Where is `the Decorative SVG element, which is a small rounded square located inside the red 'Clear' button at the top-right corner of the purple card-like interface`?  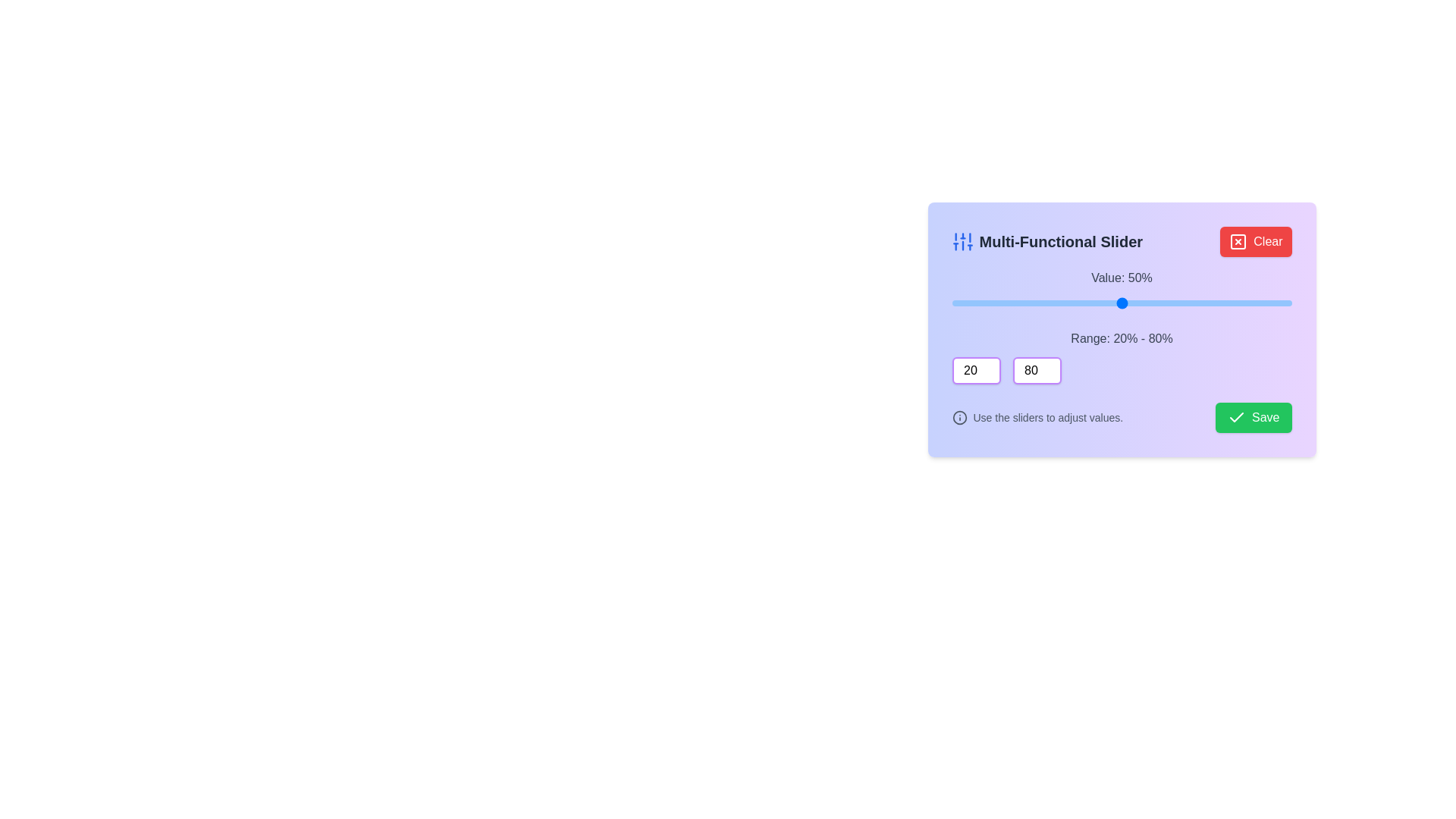 the Decorative SVG element, which is a small rounded square located inside the red 'Clear' button at the top-right corner of the purple card-like interface is located at coordinates (1238, 241).